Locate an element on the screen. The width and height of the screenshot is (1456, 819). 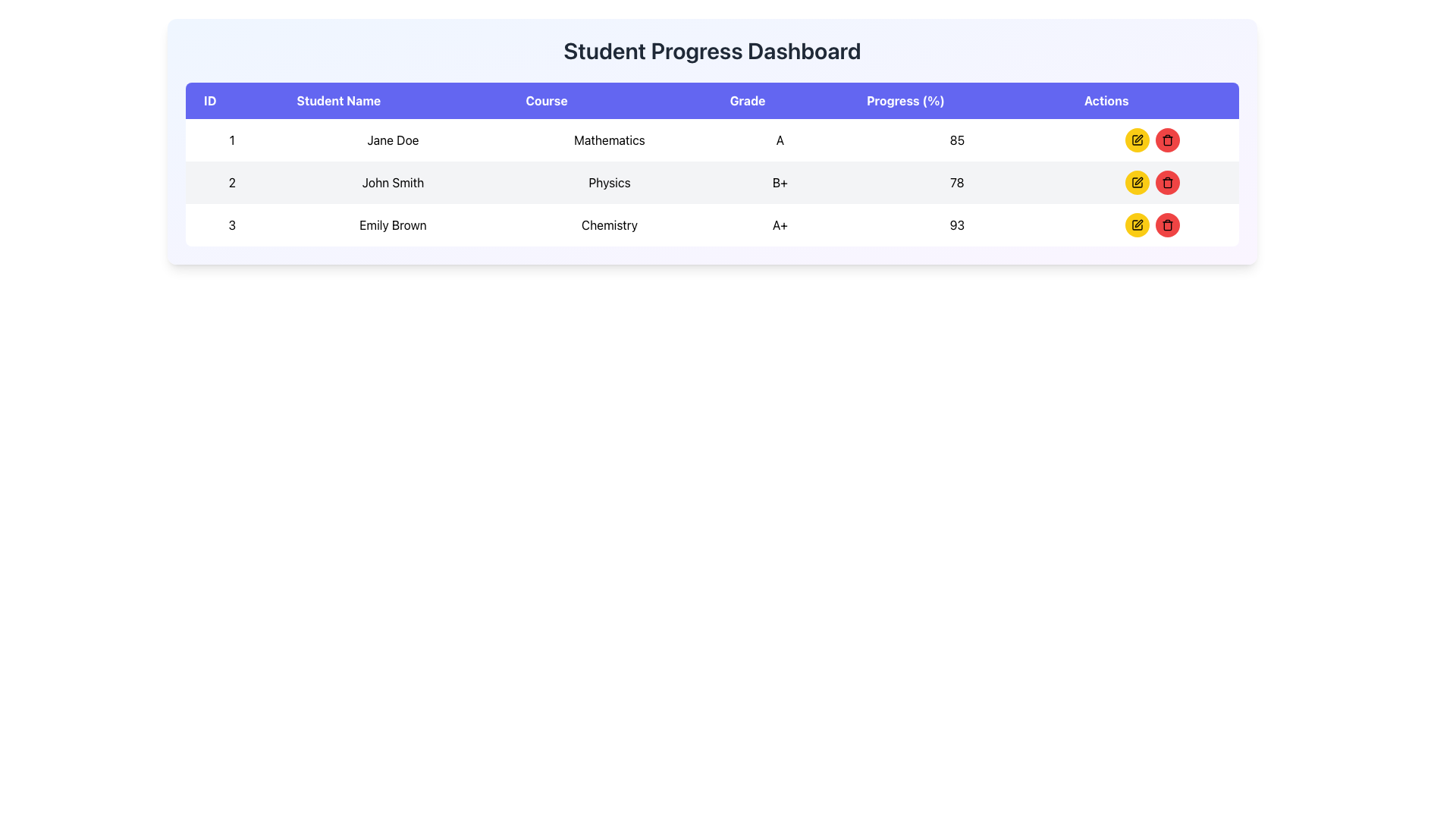
the 'delete' button in the 'Actions' column corresponding to the second row ('John Smith') is located at coordinates (1166, 141).